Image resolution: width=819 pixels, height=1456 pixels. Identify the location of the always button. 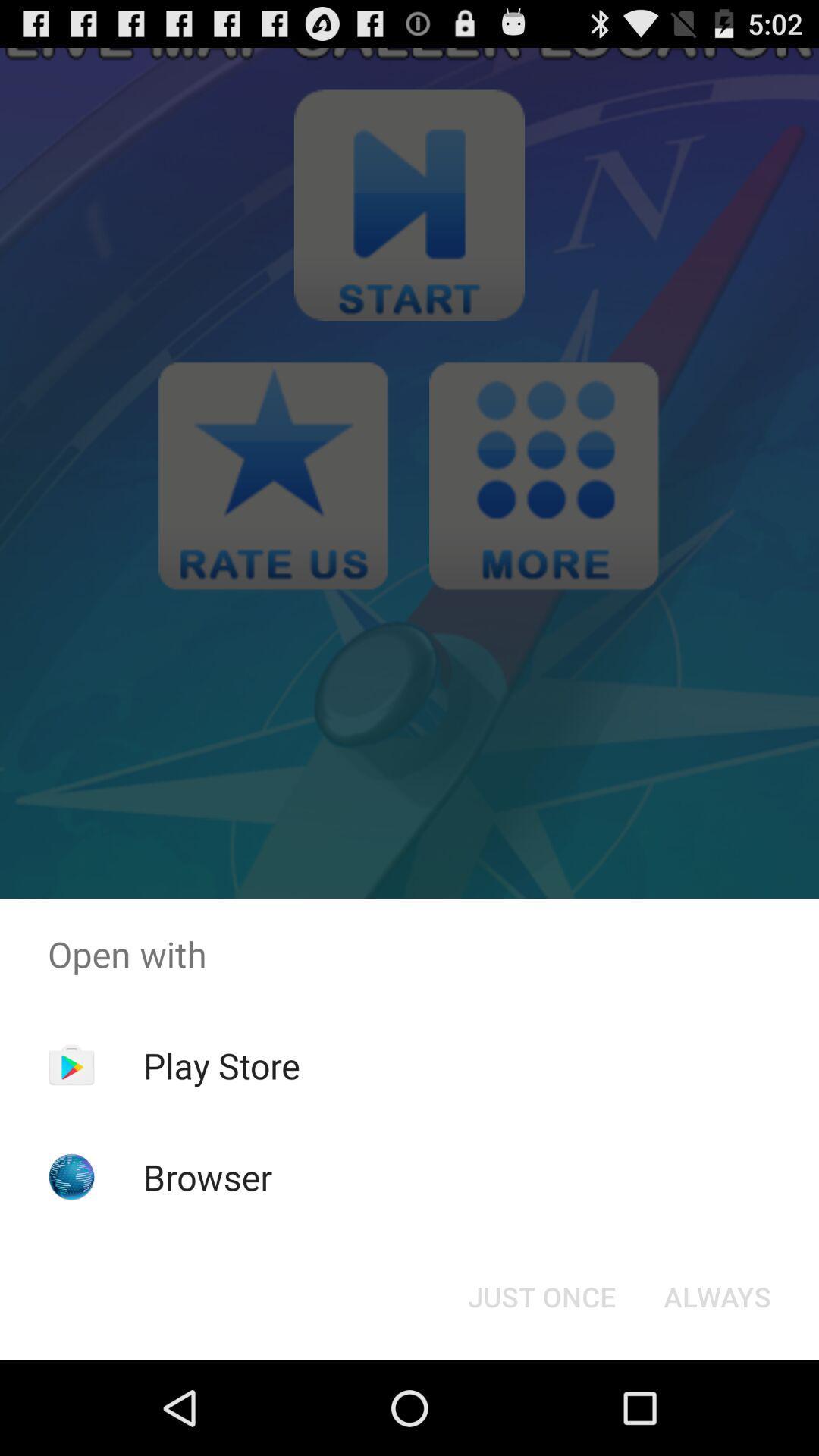
(717, 1295).